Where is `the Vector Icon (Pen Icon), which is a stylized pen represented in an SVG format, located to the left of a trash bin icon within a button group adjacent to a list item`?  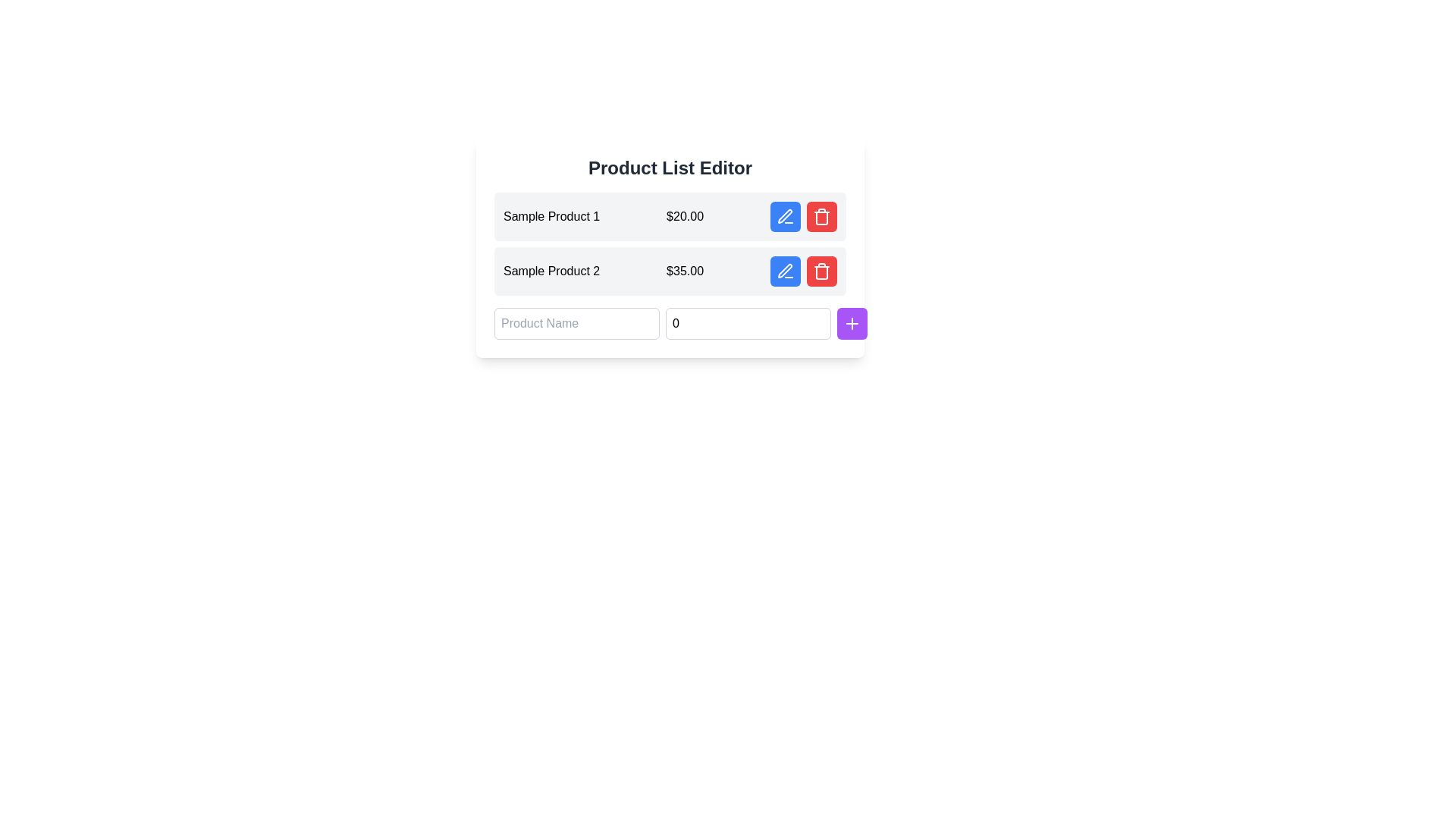
the Vector Icon (Pen Icon), which is a stylized pen represented in an SVG format, located to the left of a trash bin icon within a button group adjacent to a list item is located at coordinates (785, 216).